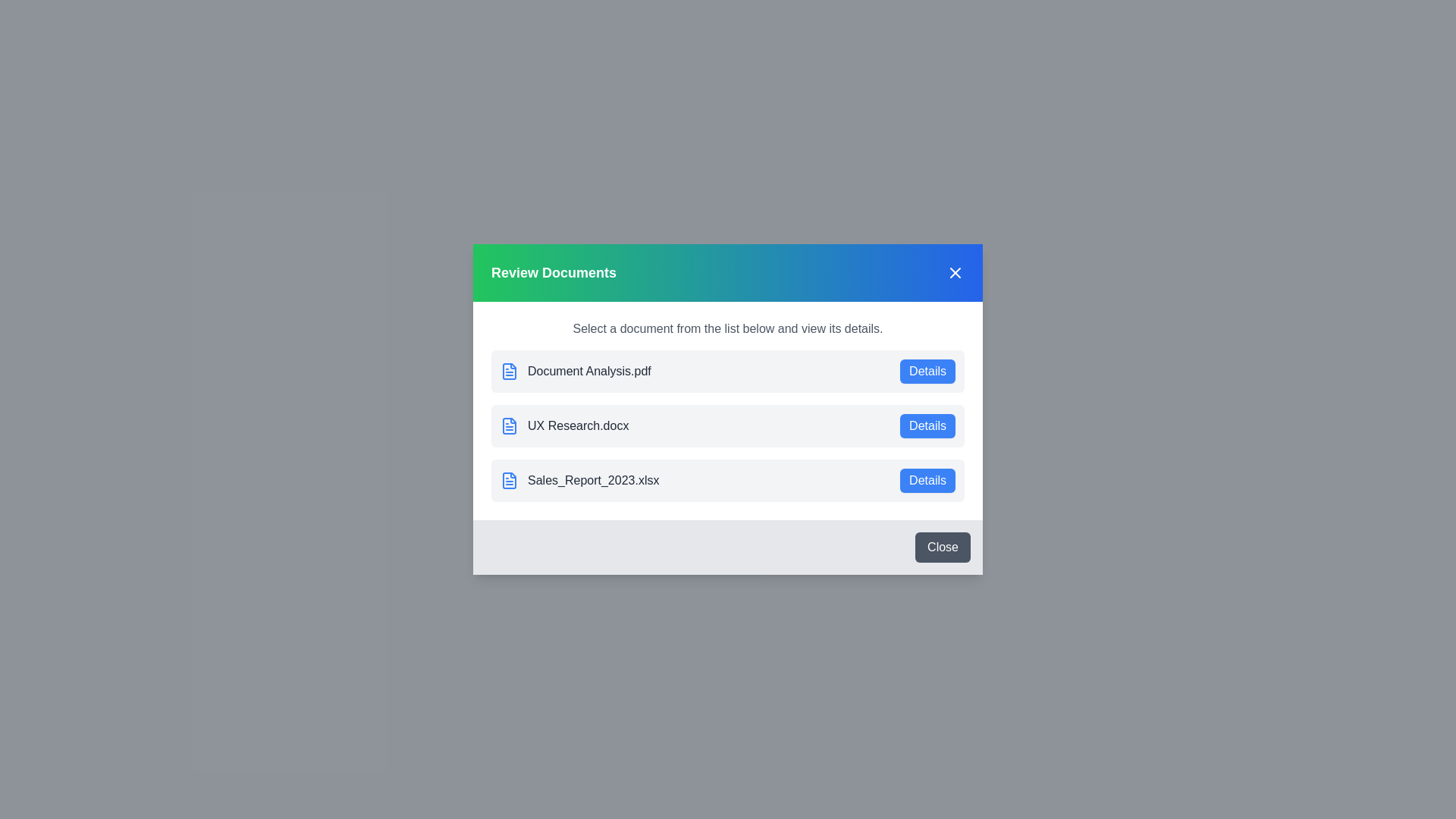  What do you see at coordinates (927, 426) in the screenshot?
I see `the 'Details' button for the document UX Research.docx` at bounding box center [927, 426].